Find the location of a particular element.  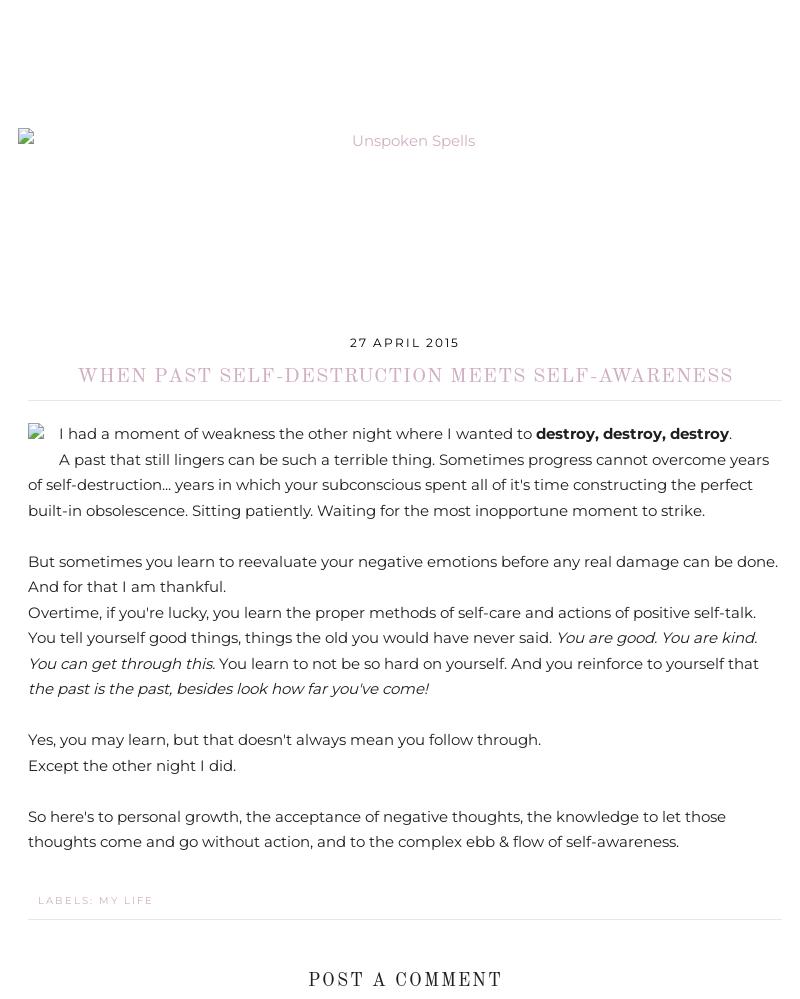

'destroy, destroy, destroy' is located at coordinates (632, 432).